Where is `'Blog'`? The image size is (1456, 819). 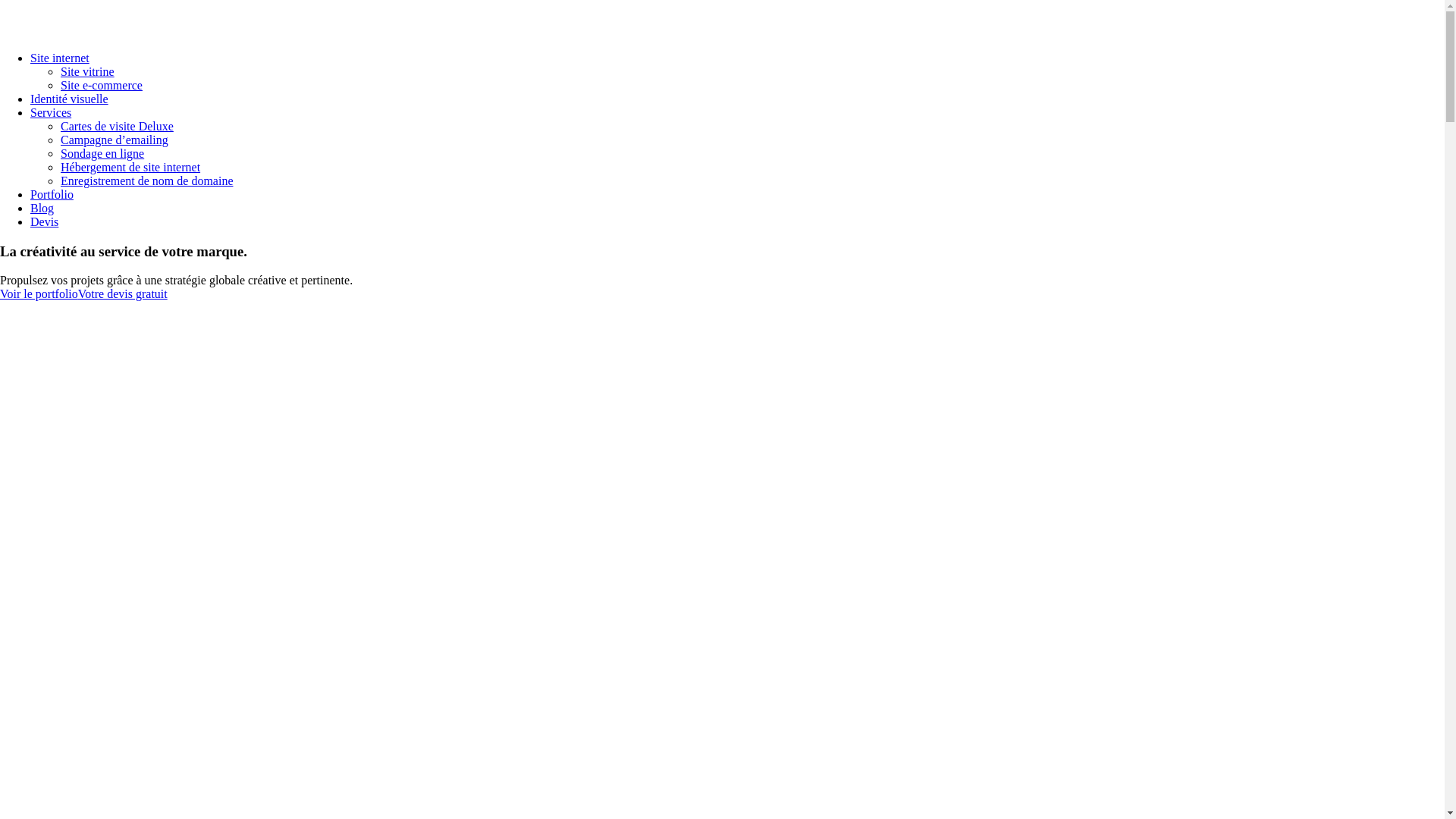
'Blog' is located at coordinates (42, 208).